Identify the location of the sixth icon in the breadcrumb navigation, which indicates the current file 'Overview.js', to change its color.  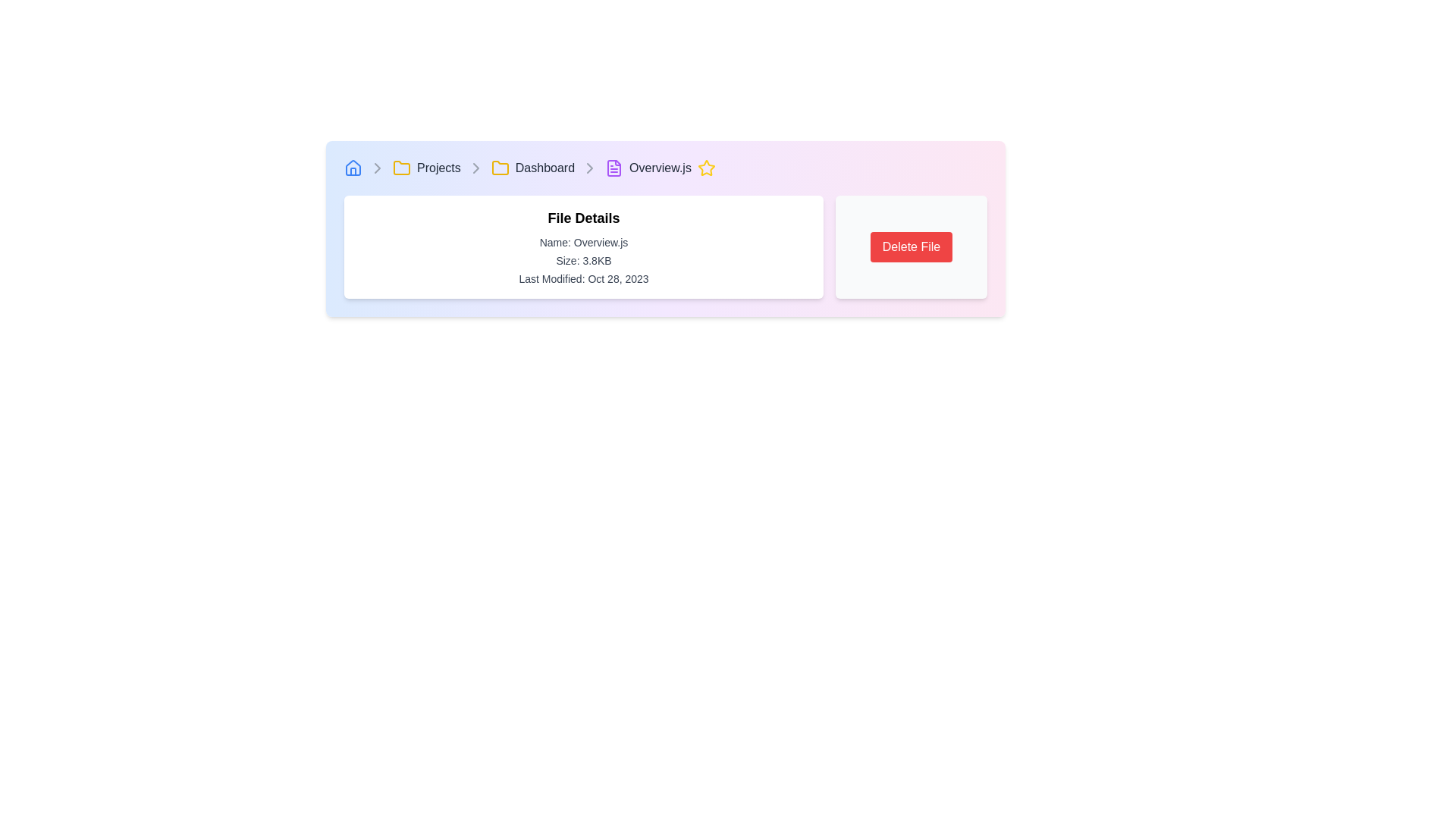
(614, 168).